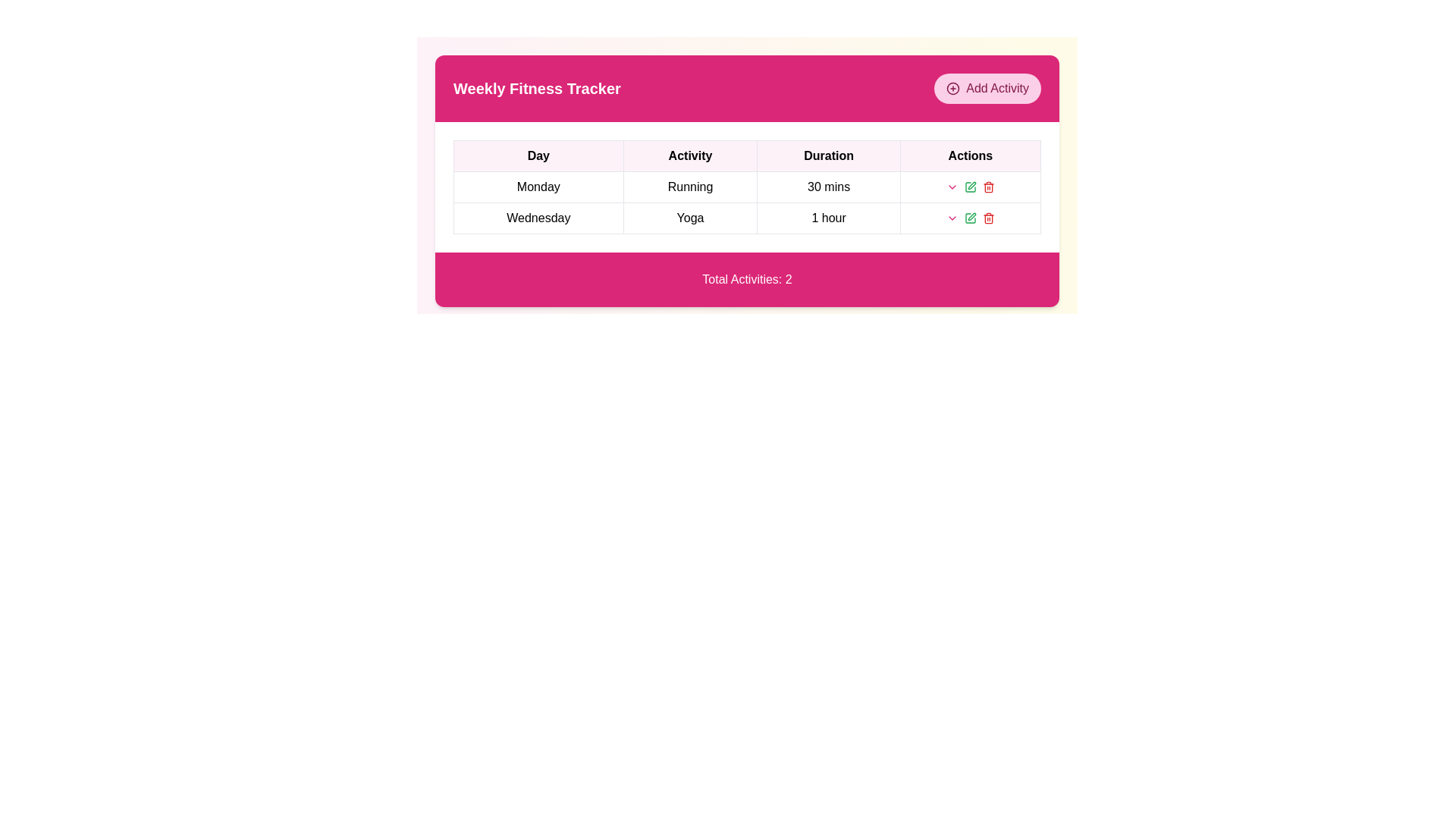 This screenshot has width=1456, height=819. Describe the element at coordinates (538, 155) in the screenshot. I see `the 'Day' text label, which is the first column header in the table, located in the top-left quadrant and preceding the 'Activity', 'Duration', and 'Actions' headers` at that location.